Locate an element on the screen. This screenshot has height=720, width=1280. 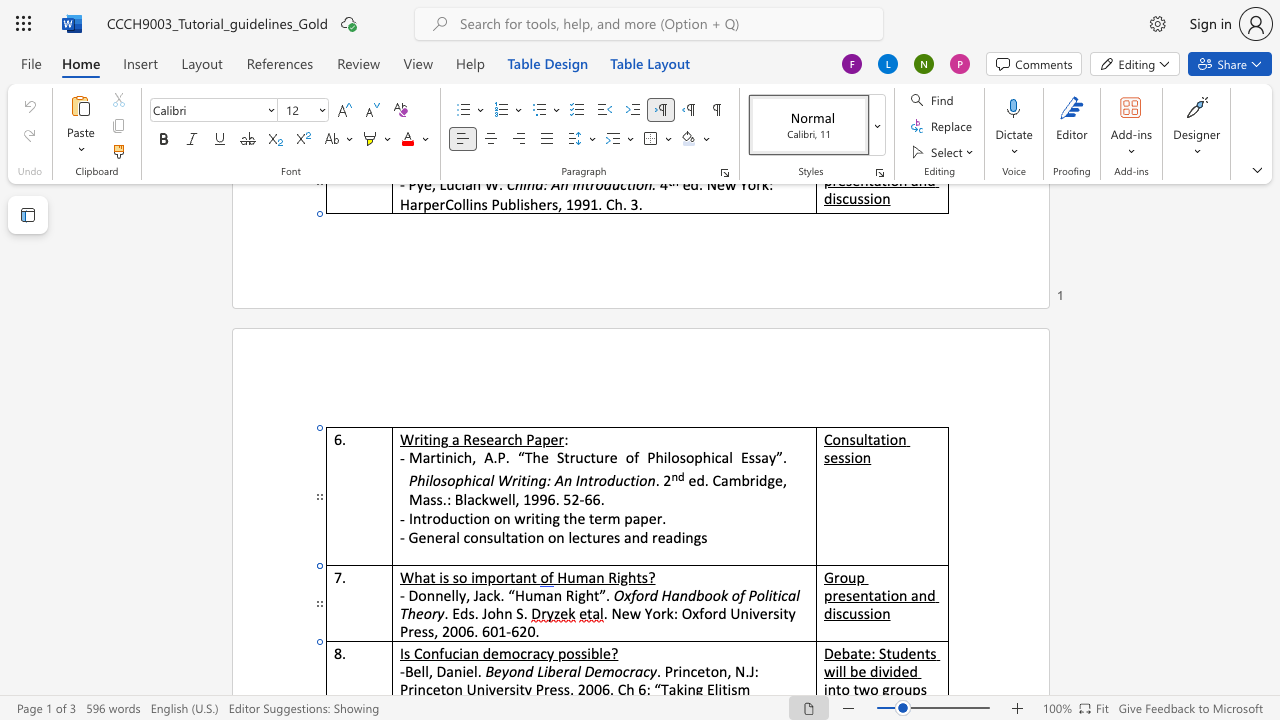
the space between the continuous character "E" and "d" in the text is located at coordinates (459, 612).